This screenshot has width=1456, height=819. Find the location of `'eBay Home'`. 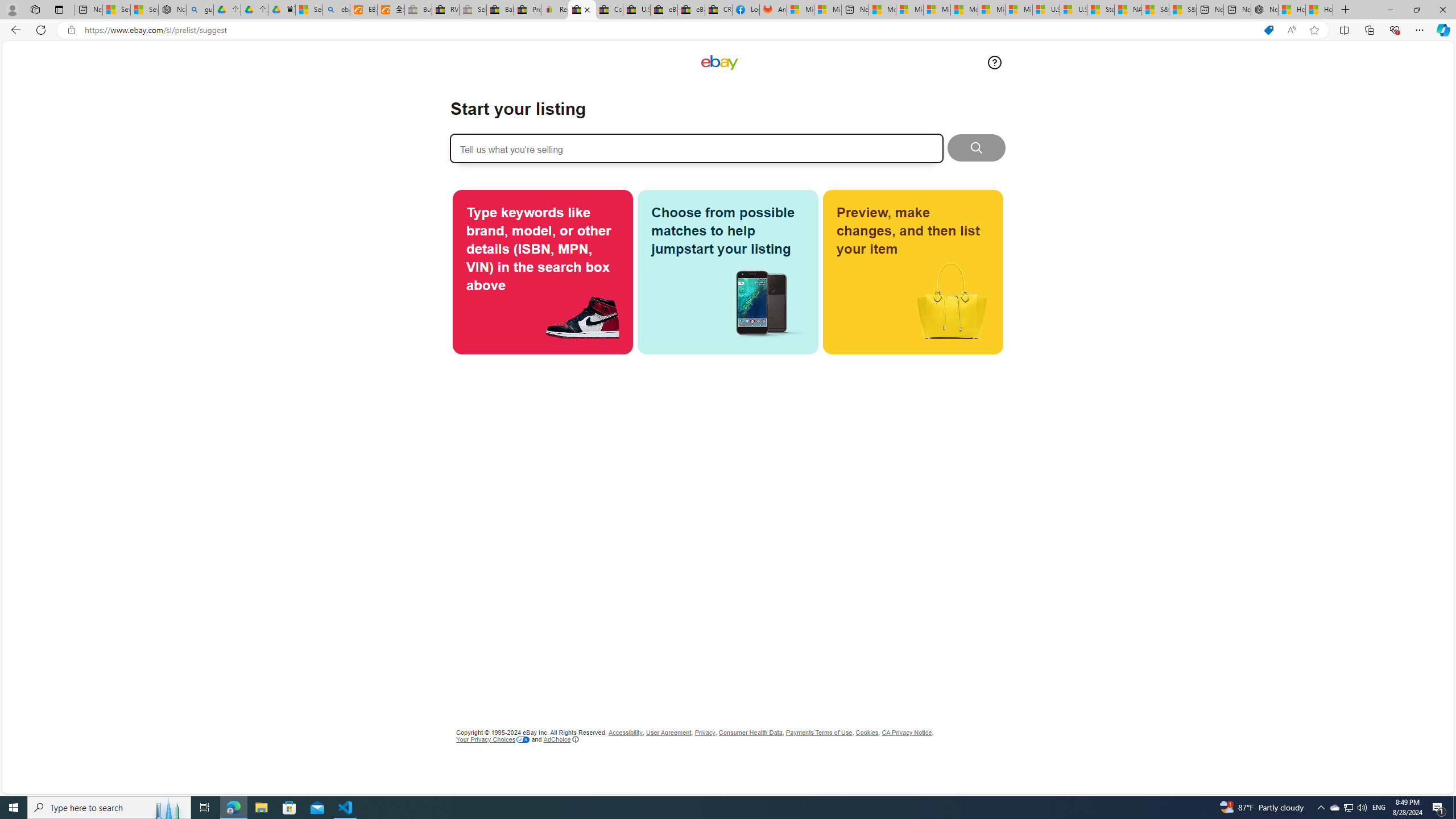

'eBay Home' is located at coordinates (718, 63).